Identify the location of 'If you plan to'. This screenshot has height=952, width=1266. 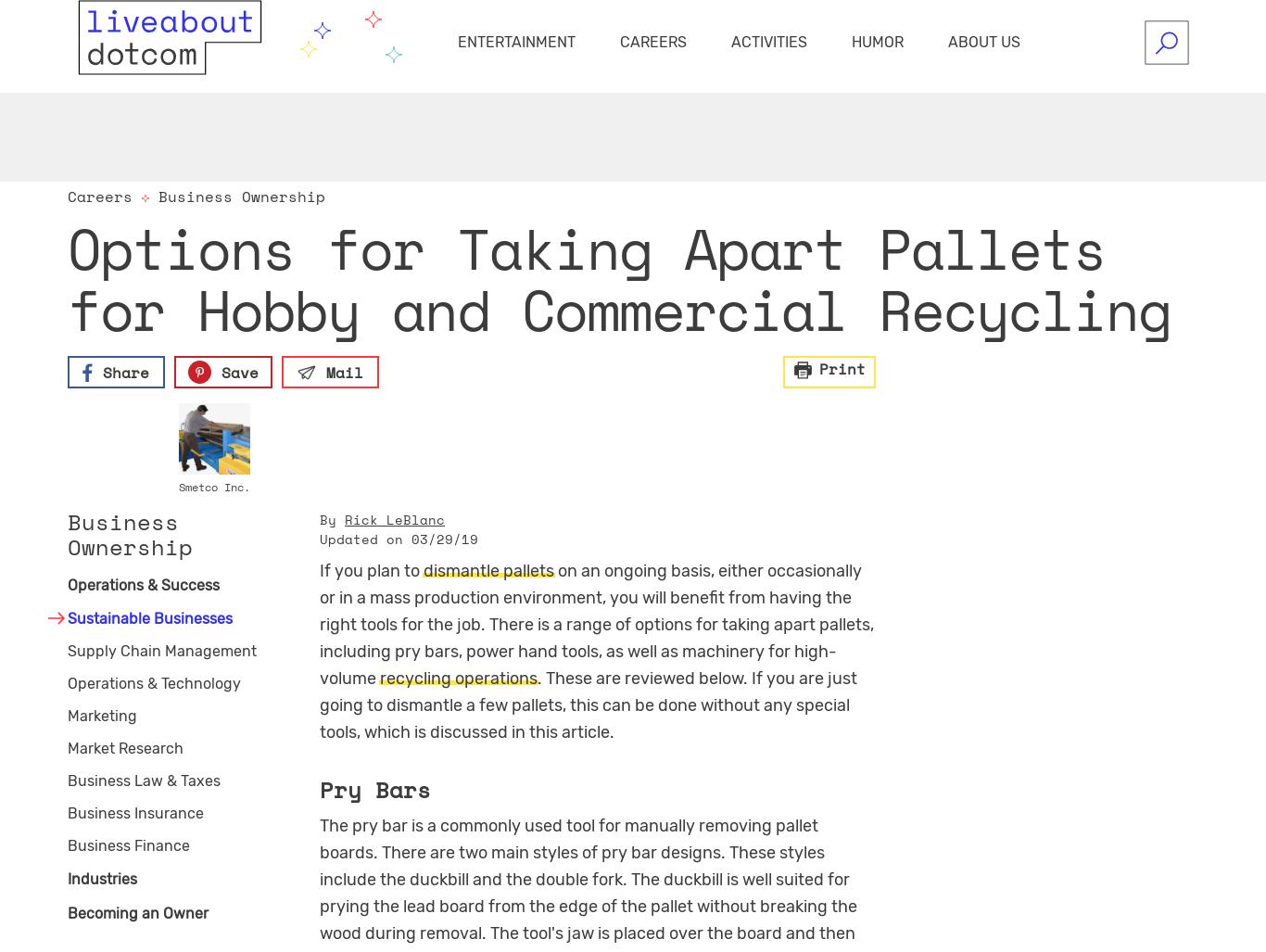
(371, 569).